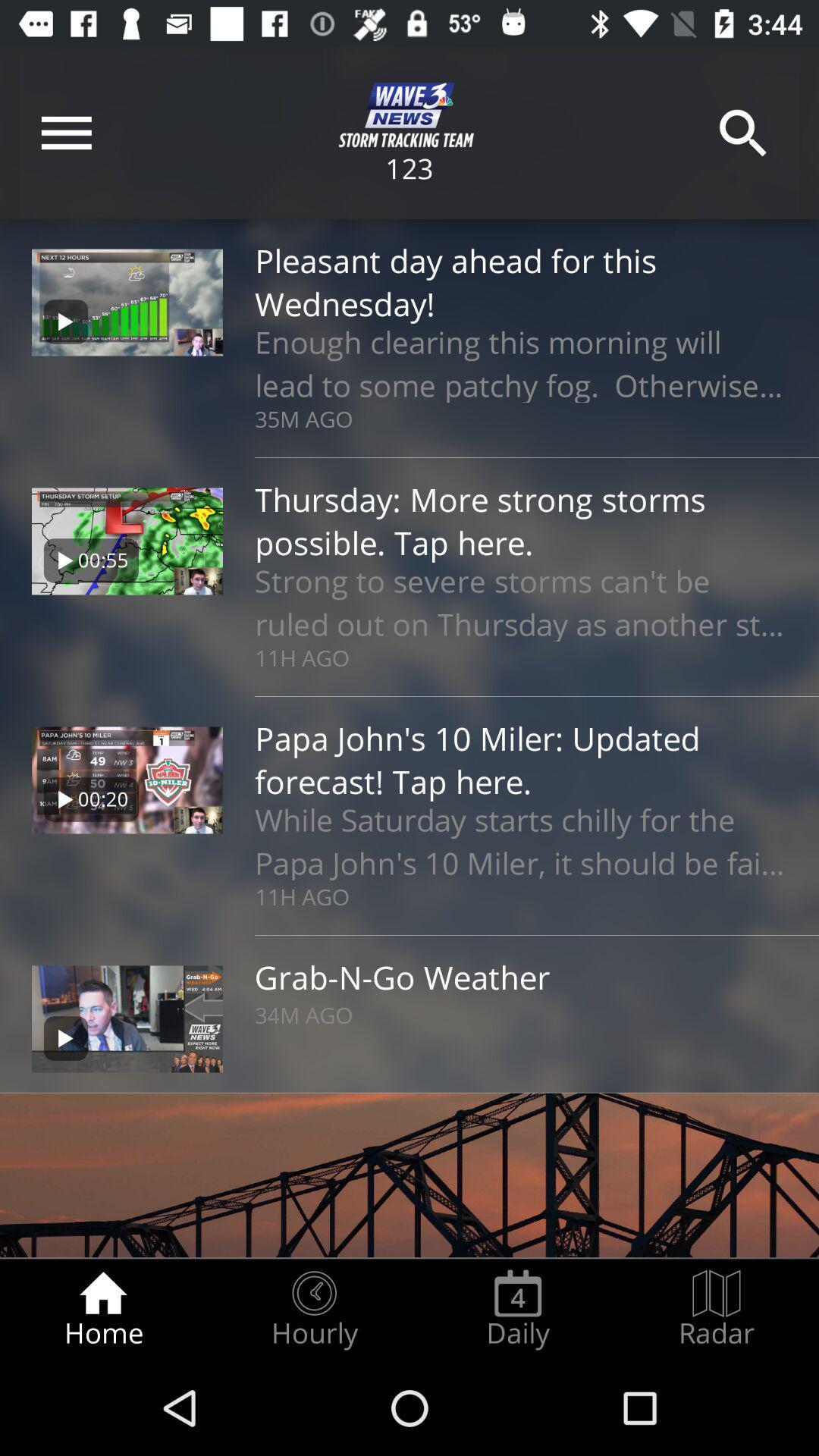 Image resolution: width=819 pixels, height=1456 pixels. Describe the element at coordinates (717, 1309) in the screenshot. I see `icon next to the daily radio button` at that location.